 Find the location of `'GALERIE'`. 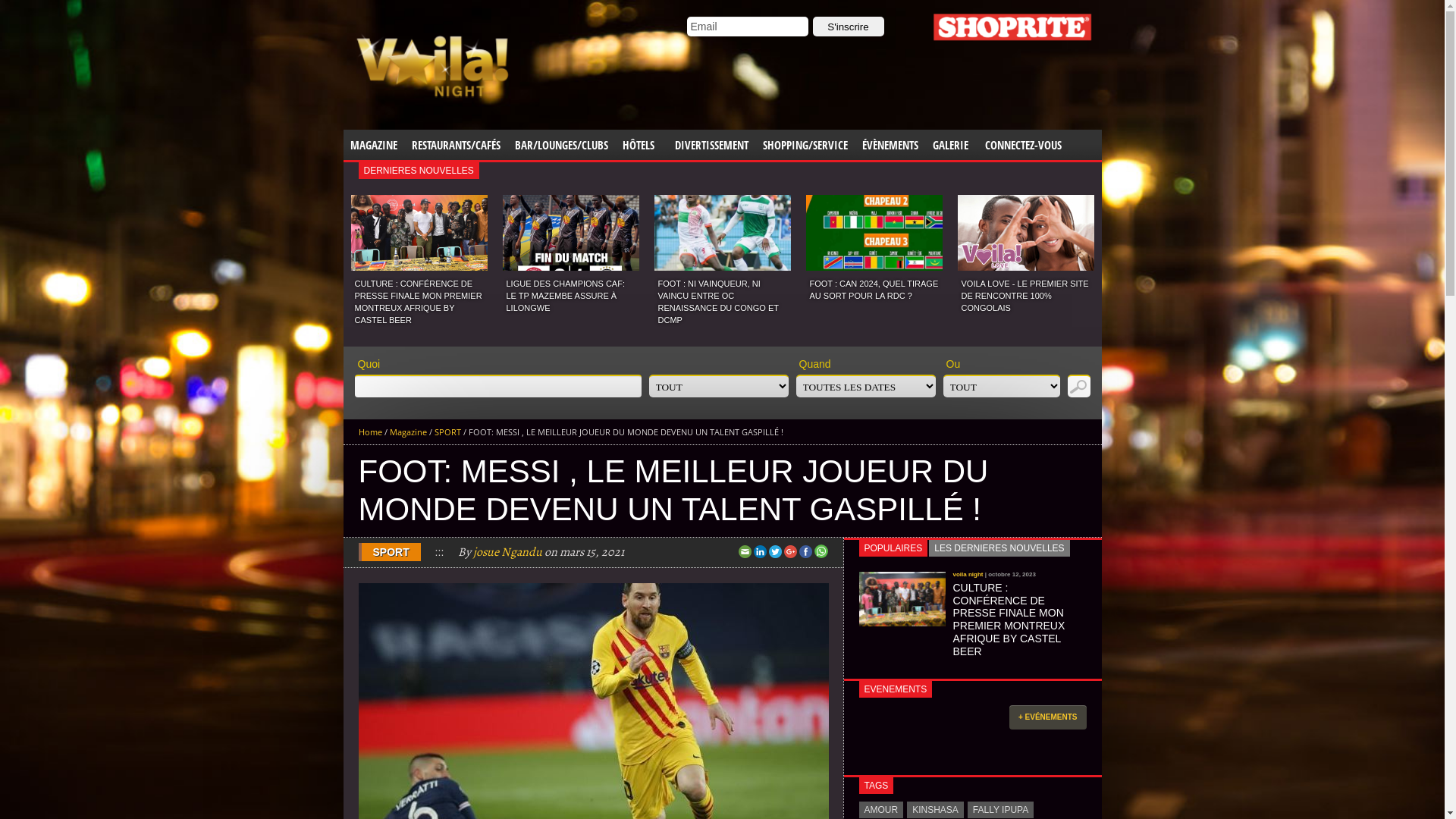

'GALERIE' is located at coordinates (949, 144).